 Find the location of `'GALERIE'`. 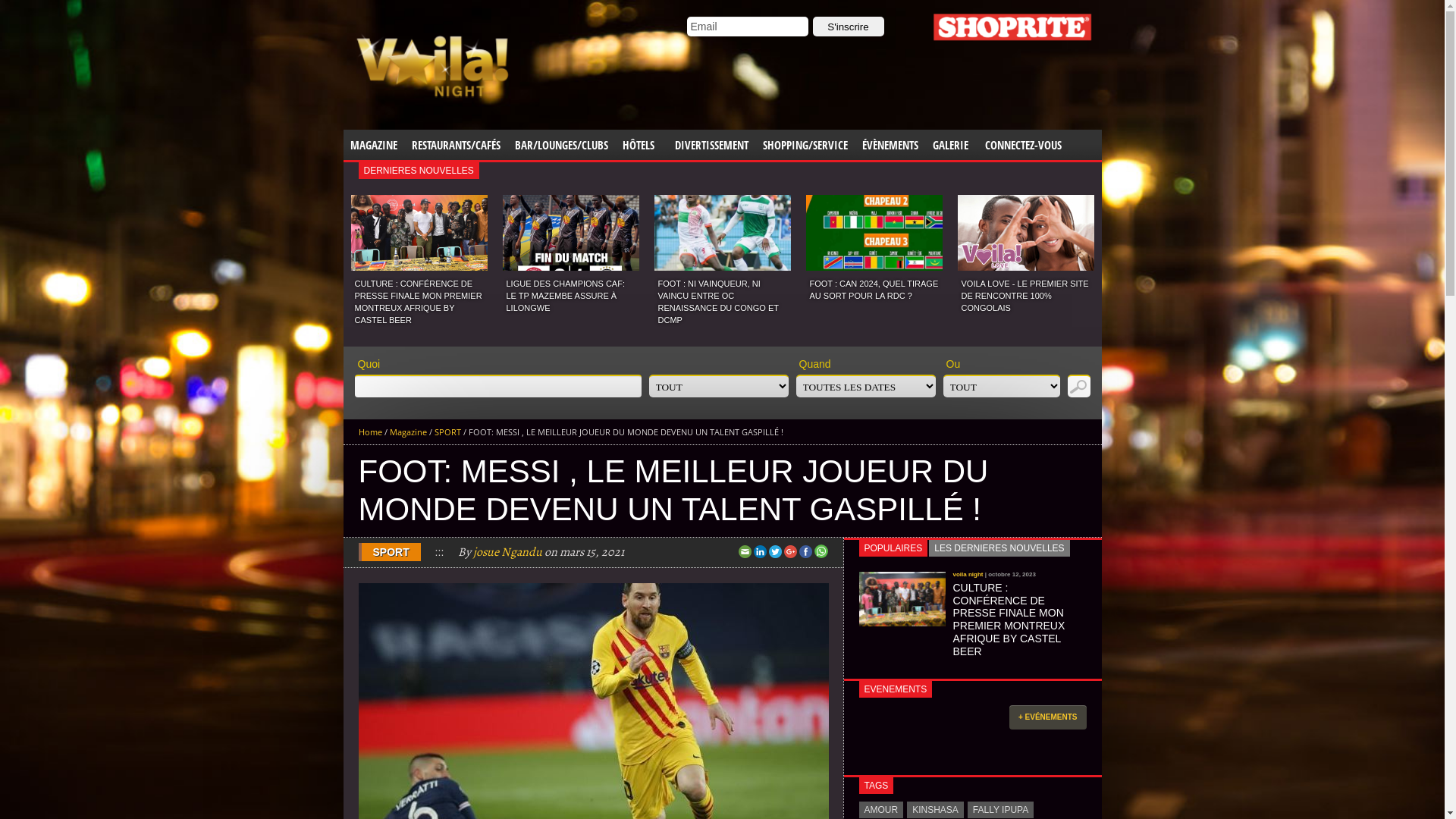

'GALERIE' is located at coordinates (949, 144).